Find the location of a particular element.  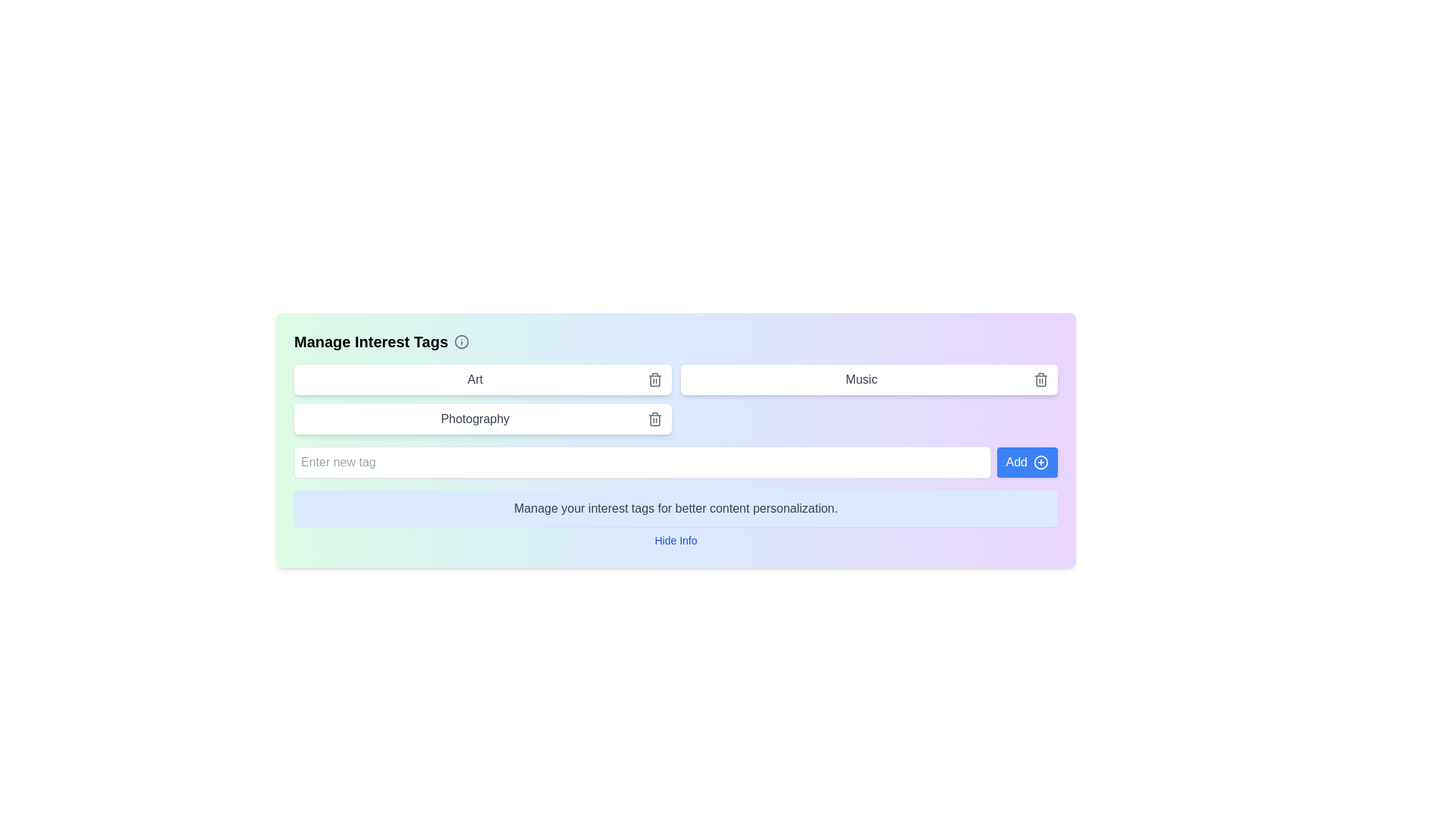

the 'Music' text tag, which is part of a composite component consisting of a label and a trash icon button, positioned in the second column of a two-column grid layout is located at coordinates (869, 379).